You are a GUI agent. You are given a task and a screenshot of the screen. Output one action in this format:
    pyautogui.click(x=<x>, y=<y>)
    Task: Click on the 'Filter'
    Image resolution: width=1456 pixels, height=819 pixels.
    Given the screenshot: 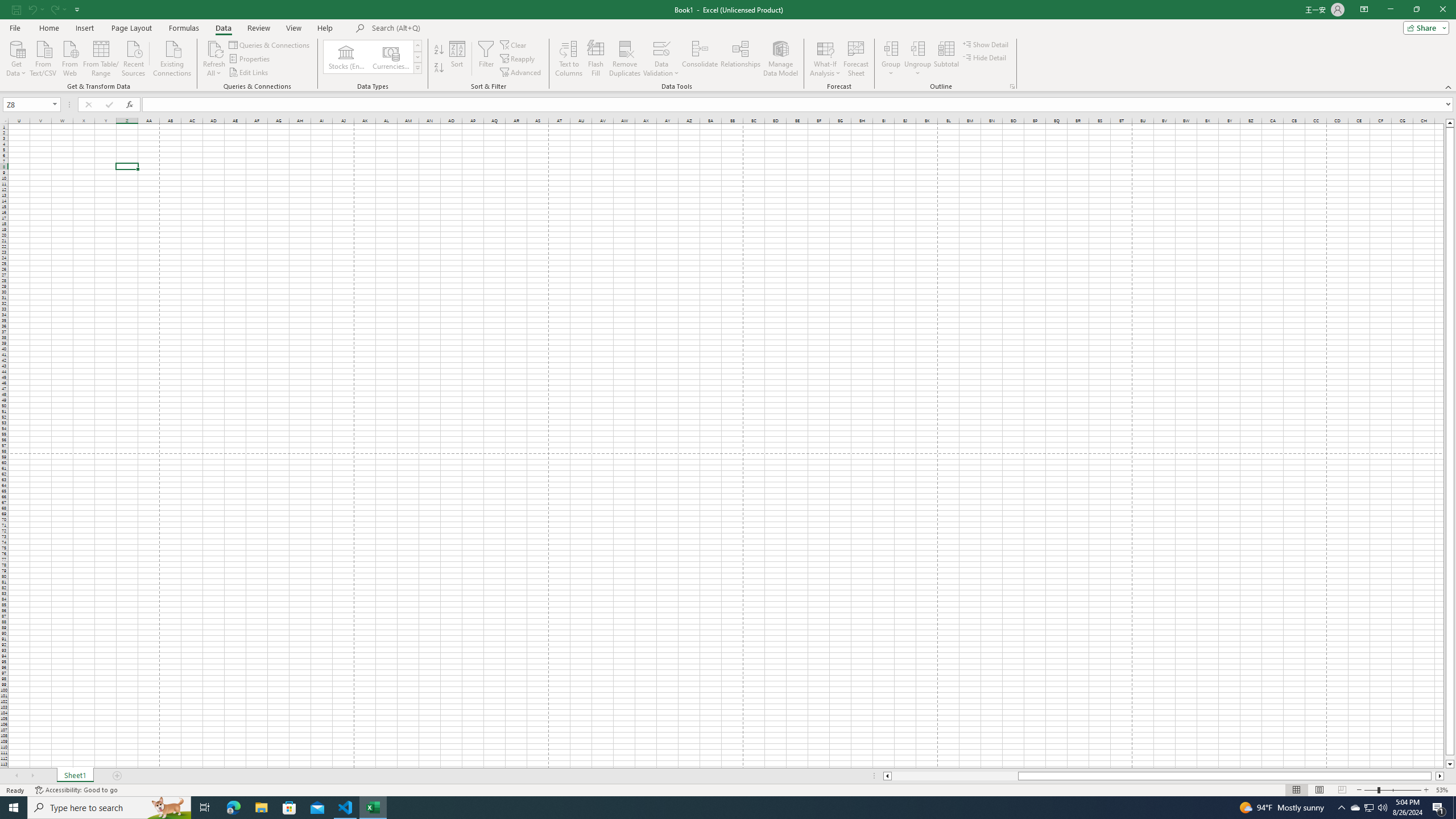 What is the action you would take?
    pyautogui.click(x=486, y=59)
    